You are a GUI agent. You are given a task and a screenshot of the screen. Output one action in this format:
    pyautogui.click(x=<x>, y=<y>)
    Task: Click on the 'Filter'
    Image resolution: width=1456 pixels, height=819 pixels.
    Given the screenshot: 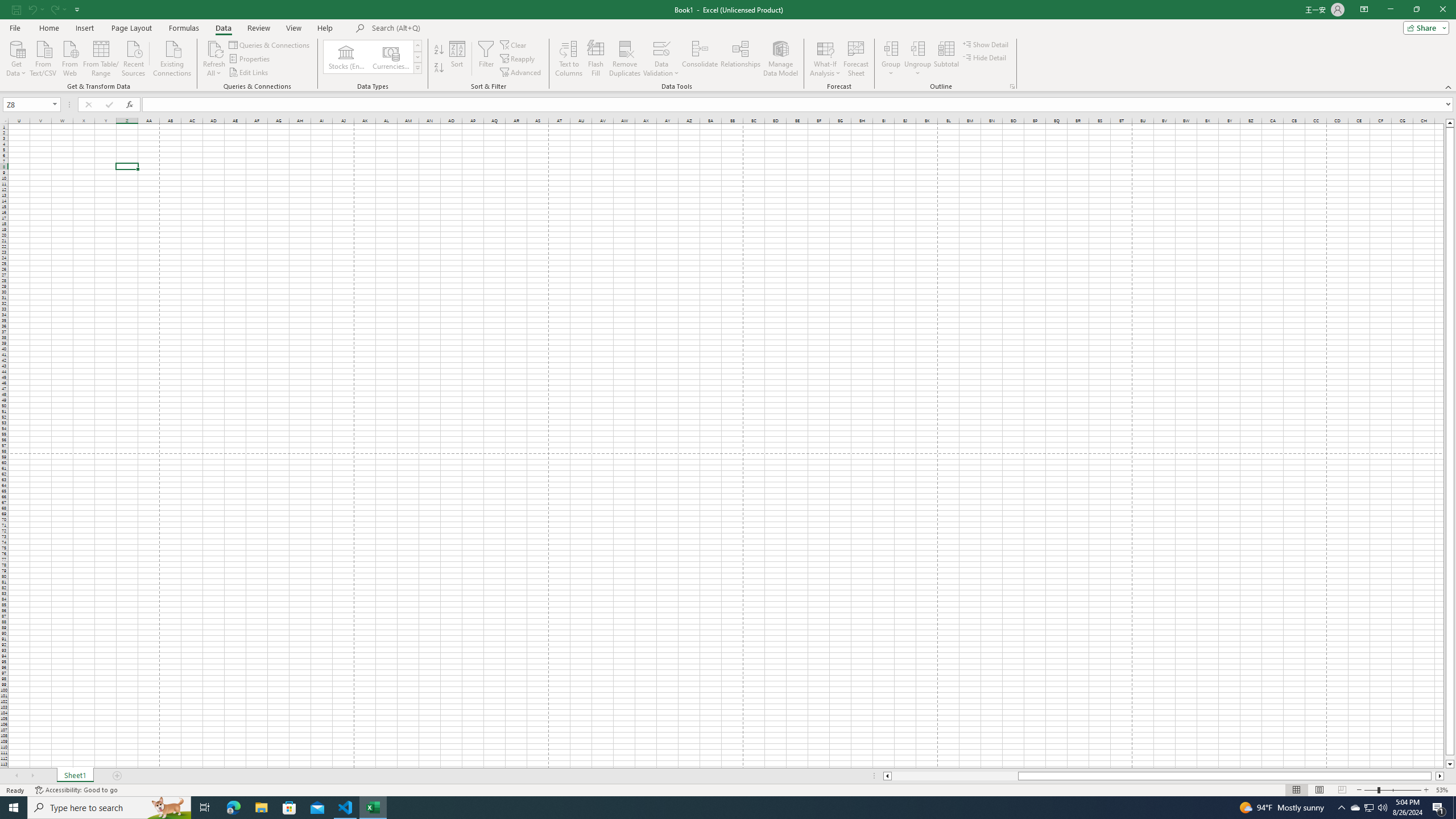 What is the action you would take?
    pyautogui.click(x=486, y=59)
    